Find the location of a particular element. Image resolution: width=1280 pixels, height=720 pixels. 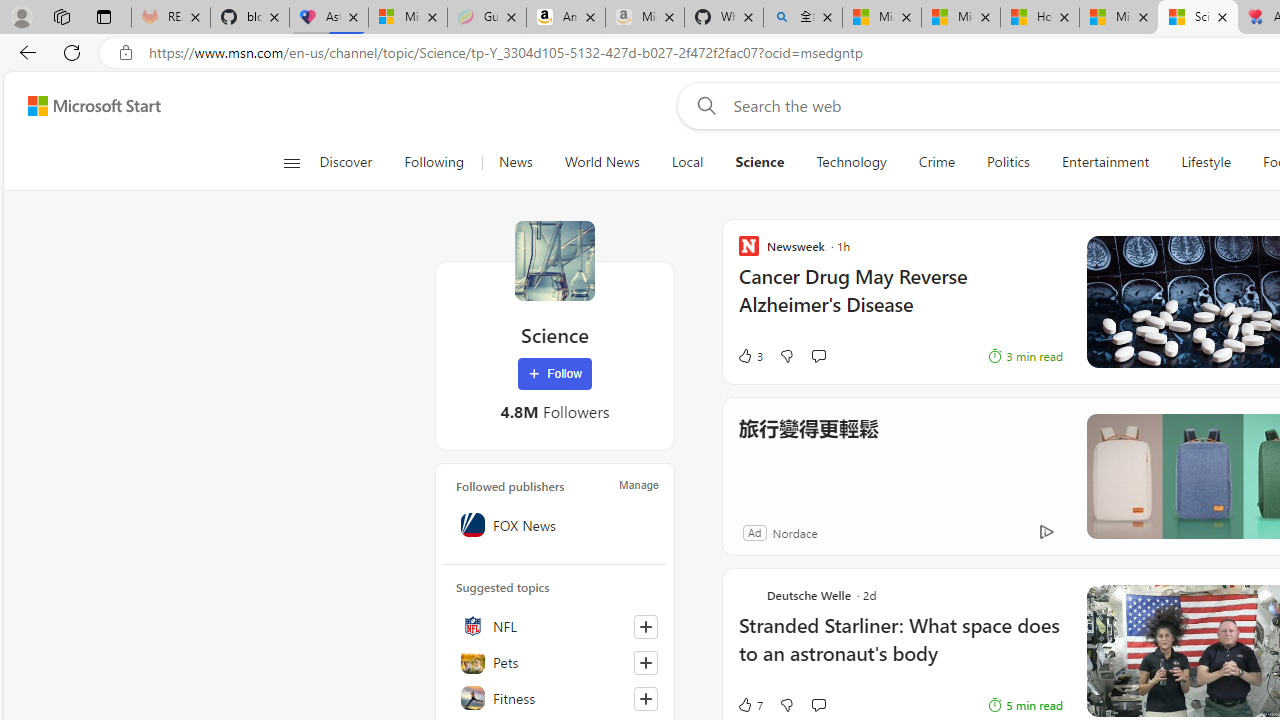

'Lifestyle' is located at coordinates (1205, 162).